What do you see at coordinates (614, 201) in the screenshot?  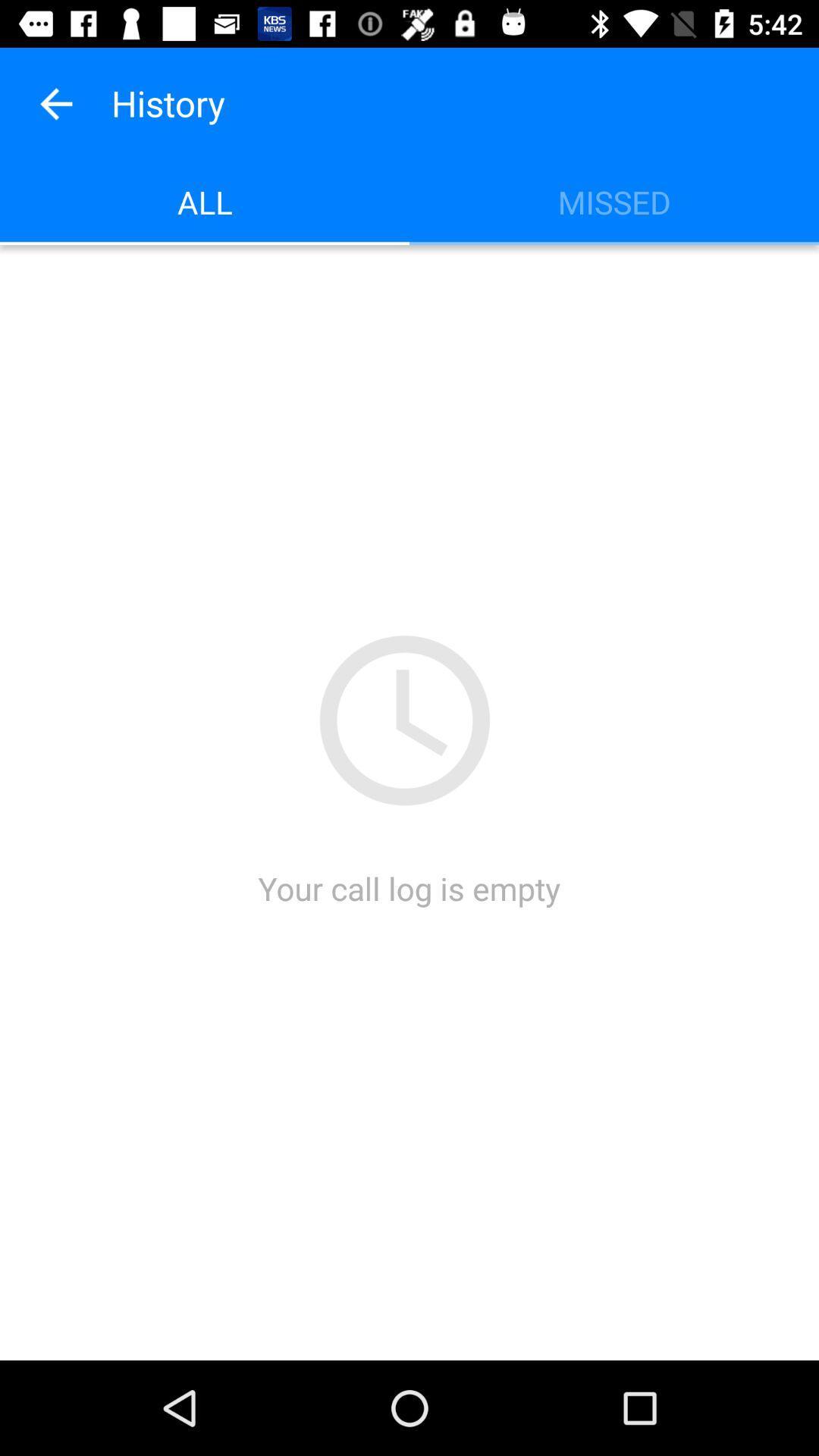 I see `the missed icon` at bounding box center [614, 201].